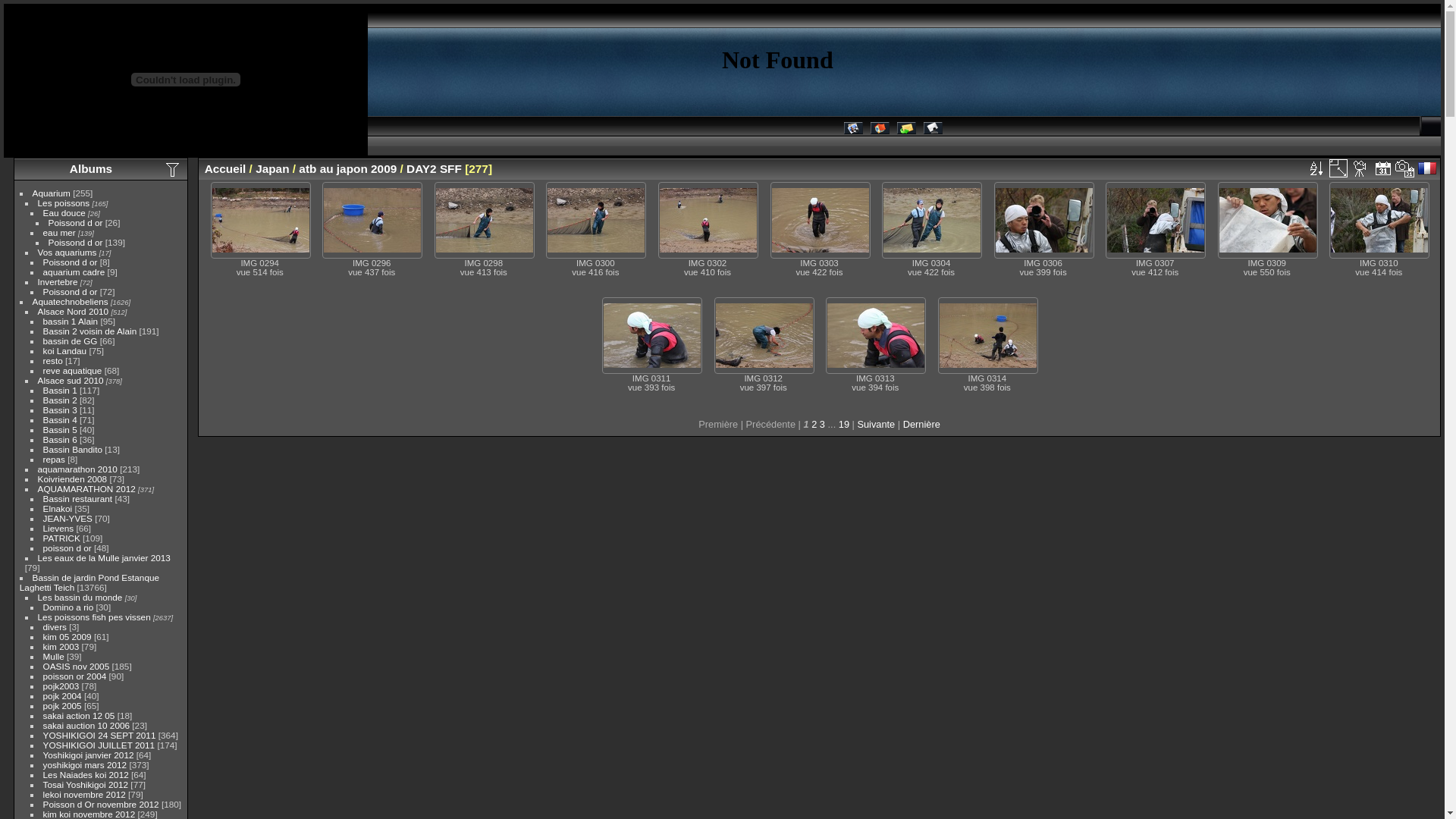 This screenshot has width=1456, height=819. What do you see at coordinates (43, 755) in the screenshot?
I see `'Yoshikigoi janvier 2012'` at bounding box center [43, 755].